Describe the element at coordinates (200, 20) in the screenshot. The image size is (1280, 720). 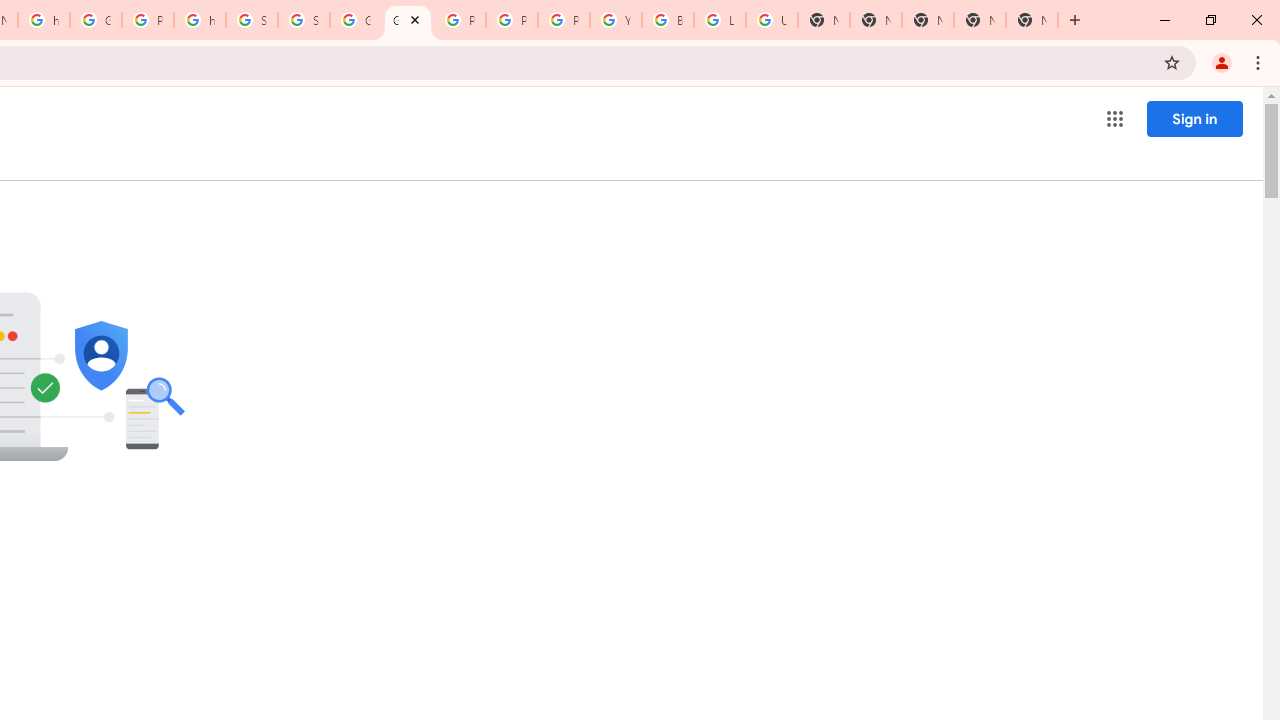
I see `'https://scholar.google.com/'` at that location.